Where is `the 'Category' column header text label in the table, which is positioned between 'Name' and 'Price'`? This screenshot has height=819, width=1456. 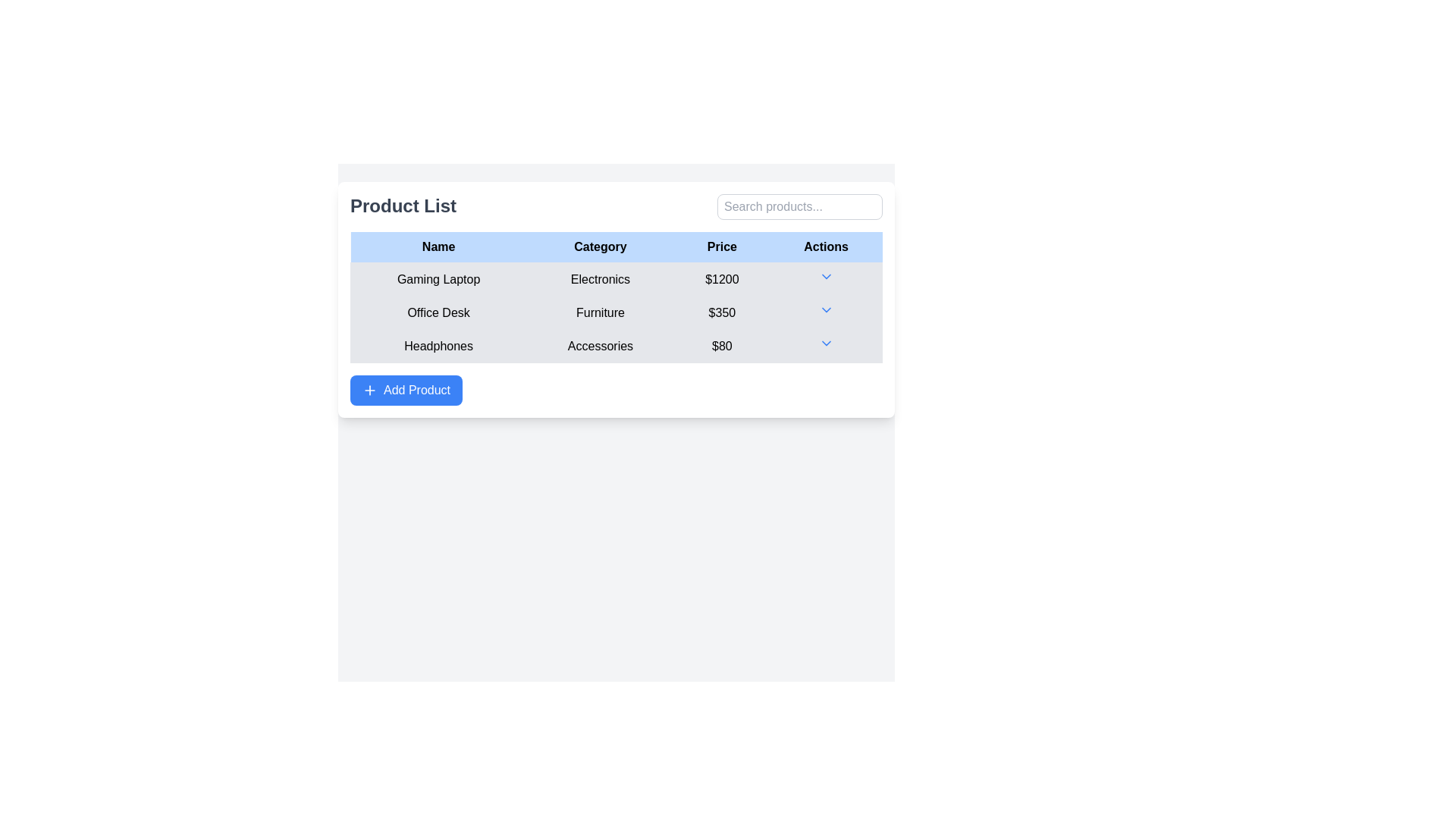
the 'Category' column header text label in the table, which is positioned between 'Name' and 'Price' is located at coordinates (600, 246).